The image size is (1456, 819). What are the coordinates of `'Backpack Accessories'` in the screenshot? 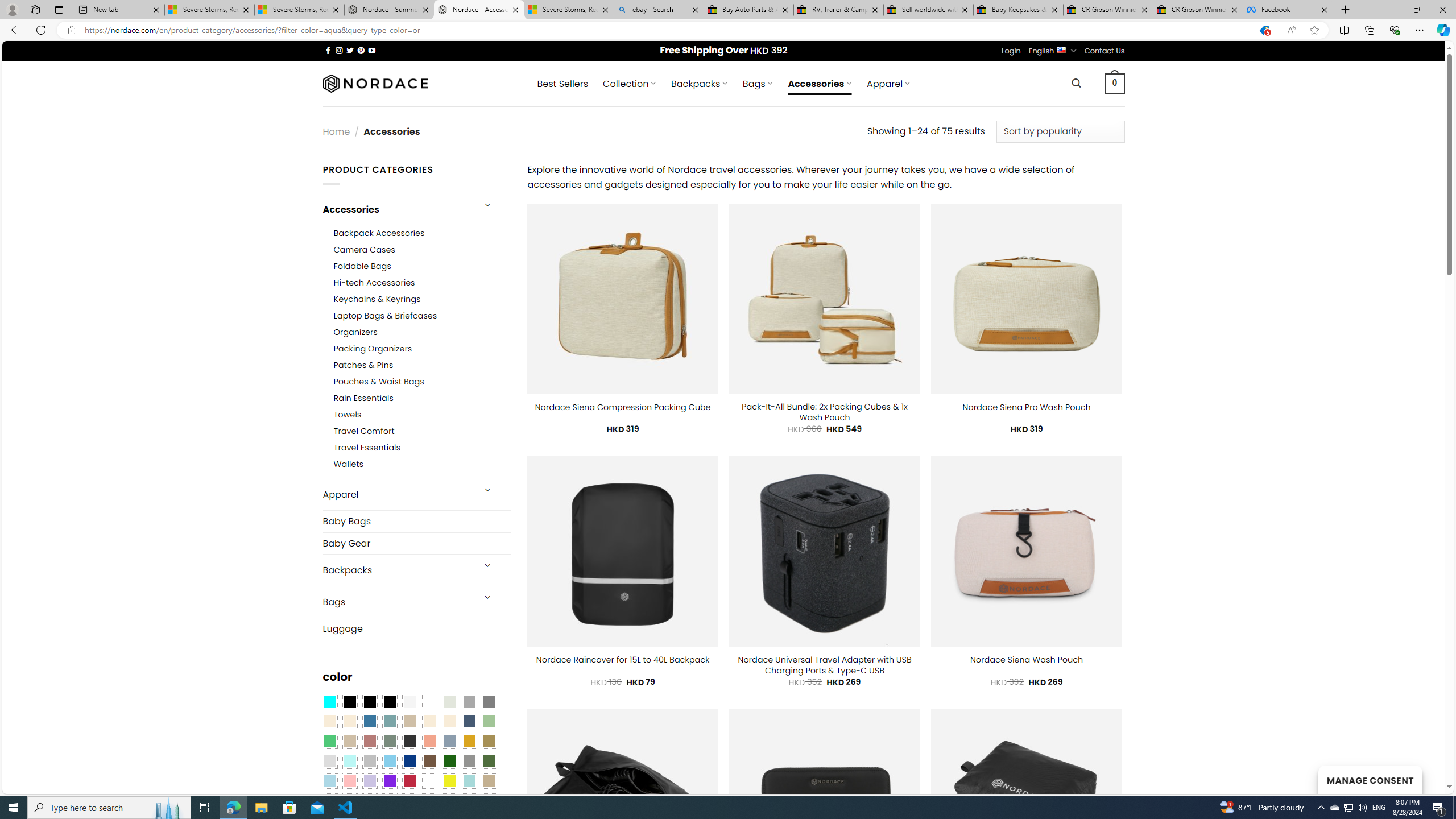 It's located at (421, 233).